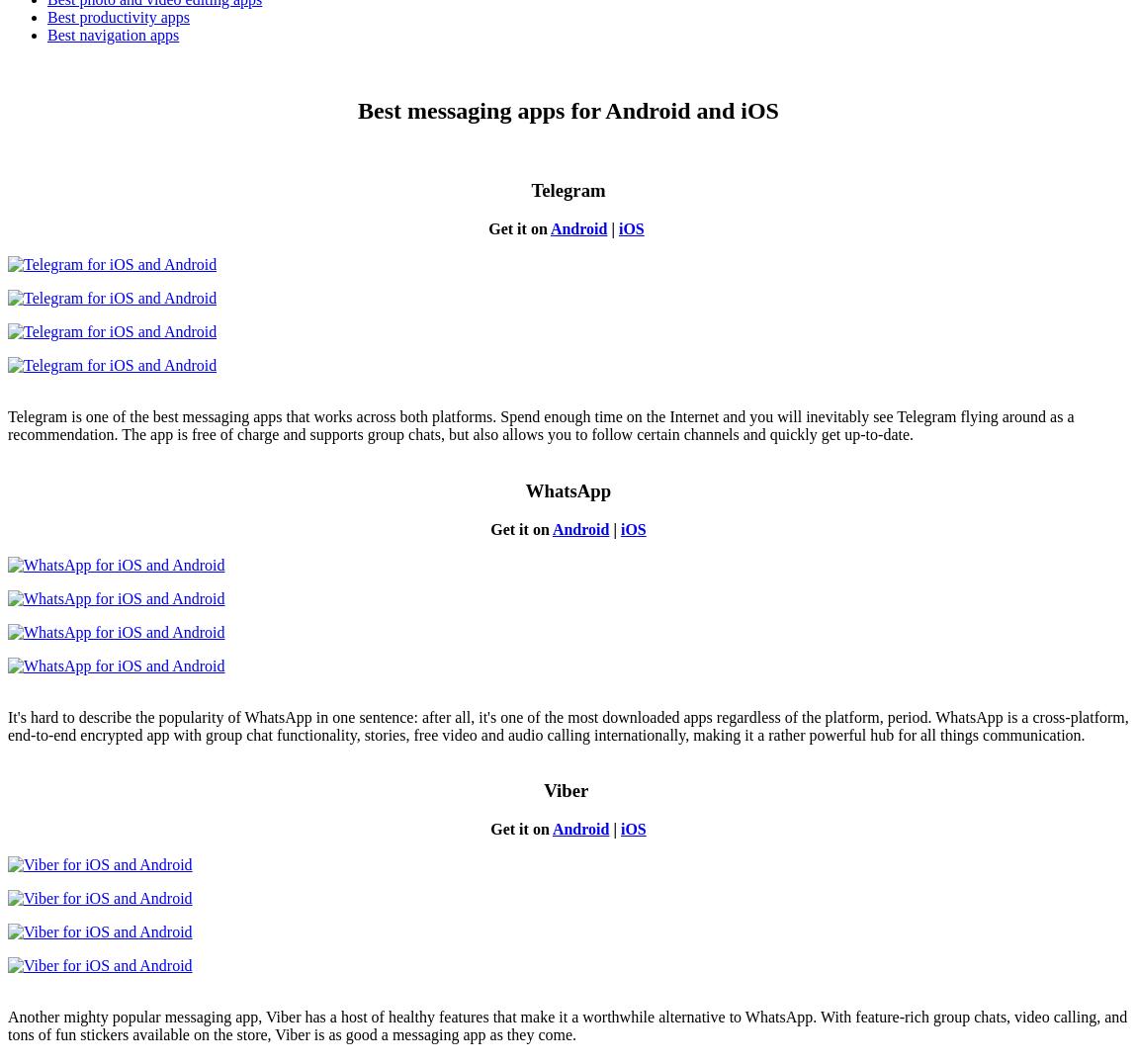 The width and height of the screenshot is (1137, 1064). Describe the element at coordinates (568, 724) in the screenshot. I see `'It's hard to describe the popularity of WhatsApp in one sentence: after all, it's one of the most downloaded apps regardless of the platform, period. WhatsApp is a cross-platform, end-to-end encrypted app with group chat functionality, stories, free video and audio calling internationally, making it a rather powerful hub for all things communication.'` at that location.